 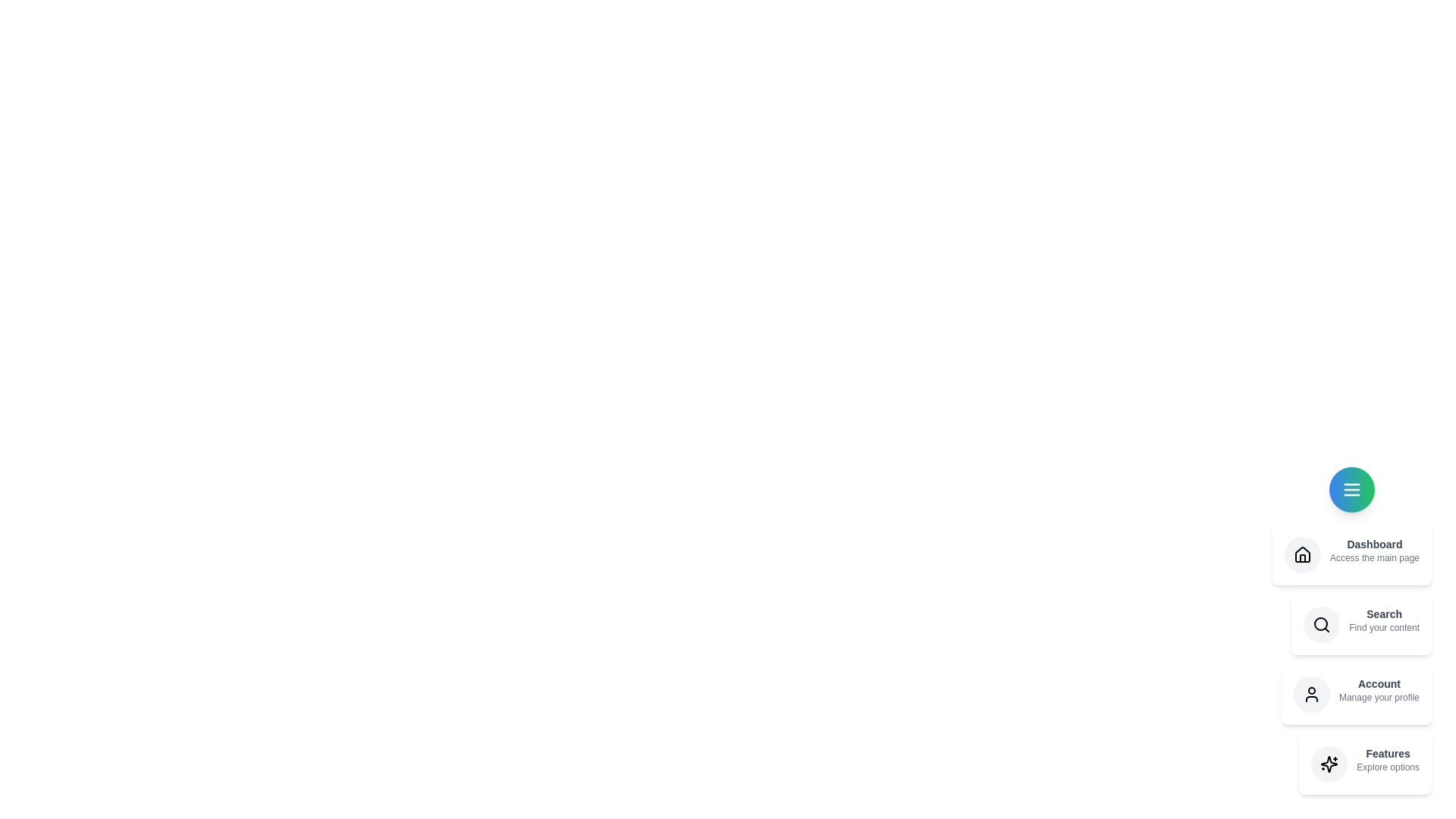 I want to click on the speed dial item Dashboard to explore its functionality, so click(x=1351, y=555).